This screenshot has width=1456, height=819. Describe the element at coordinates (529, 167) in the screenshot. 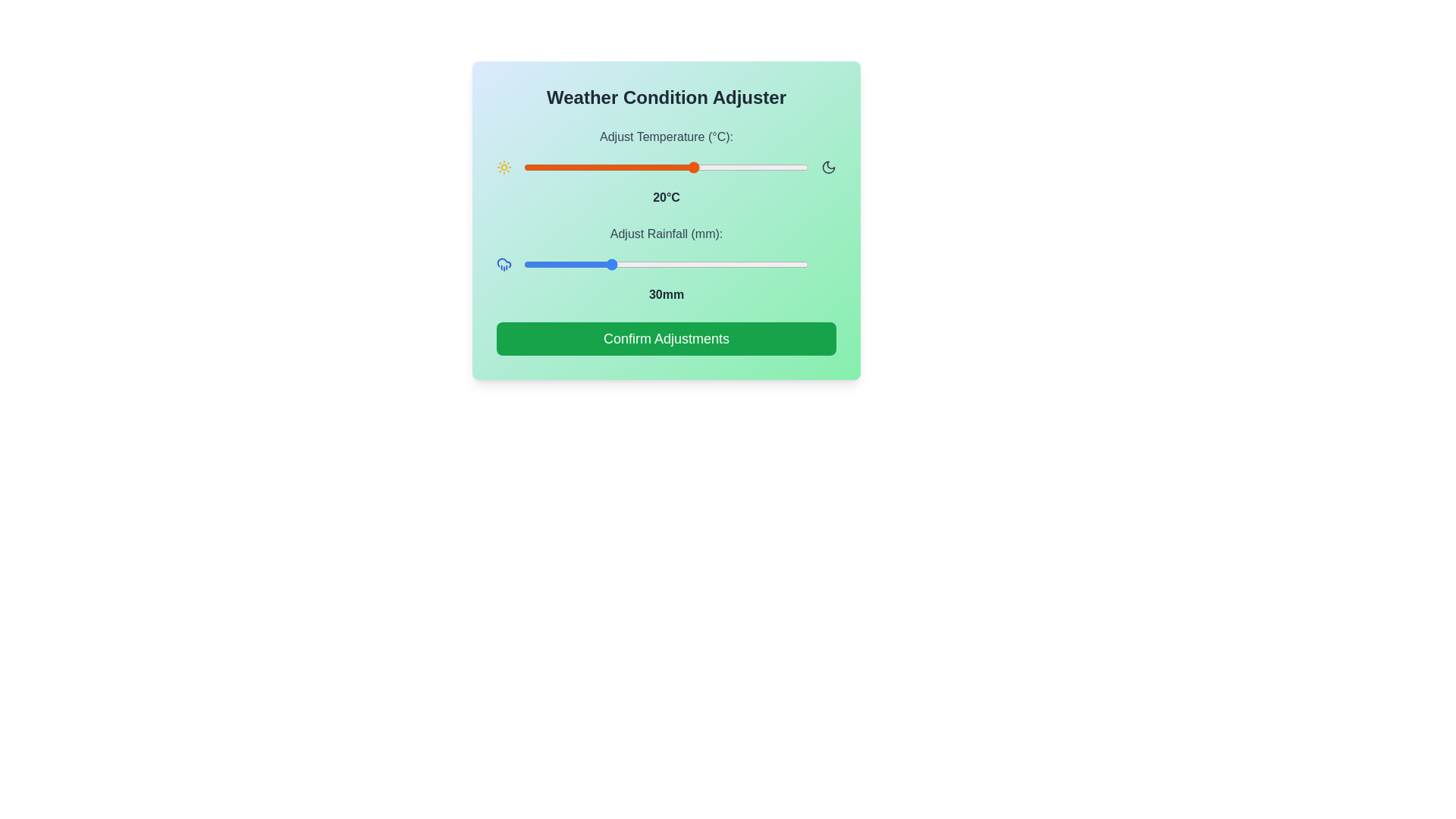

I see `the temperature to -9°C using the slider` at that location.